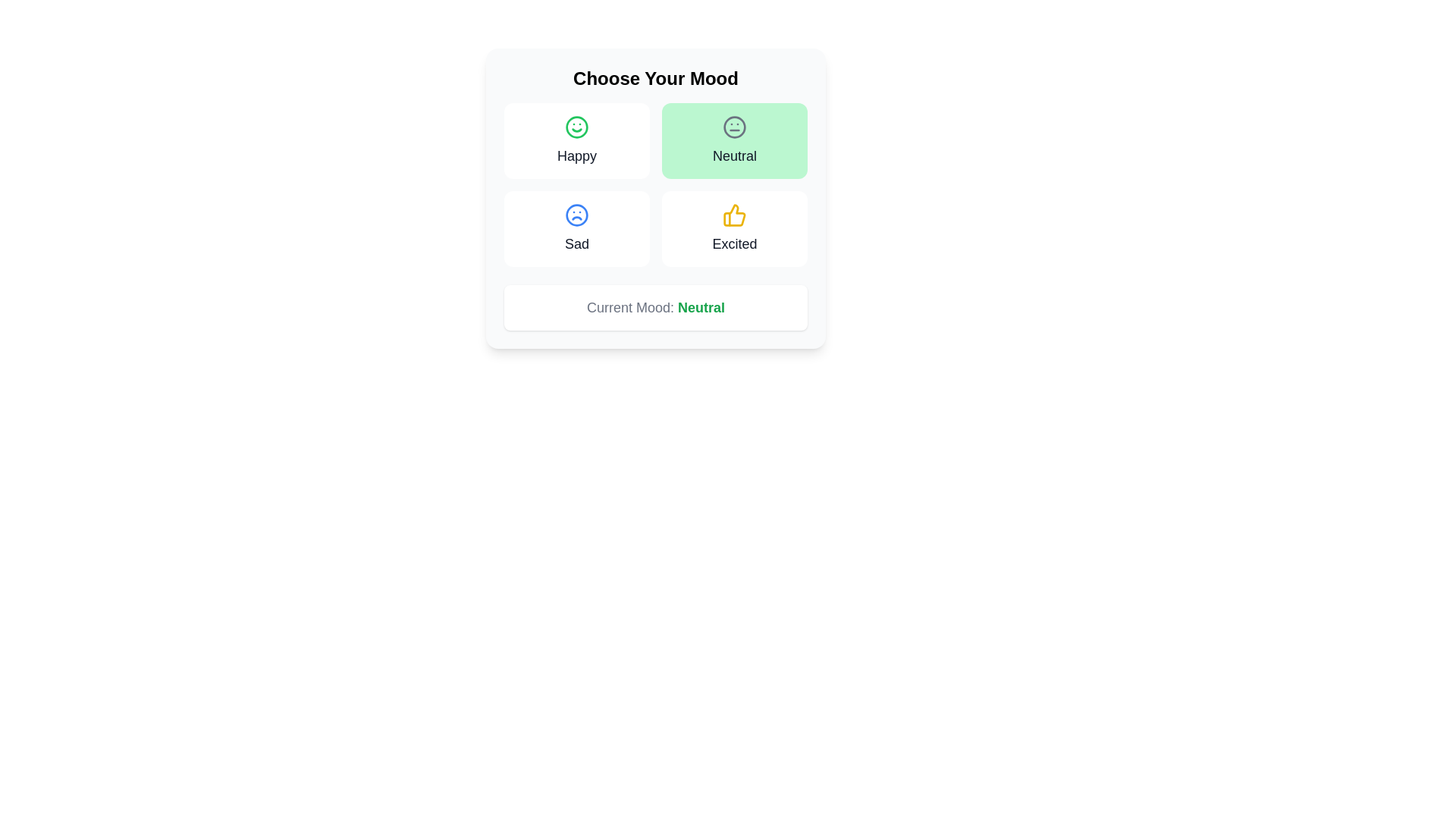  Describe the element at coordinates (576, 140) in the screenshot. I see `the 'Happy' mood selection button-like card located at the top-left corner of the mood selection grid` at that location.